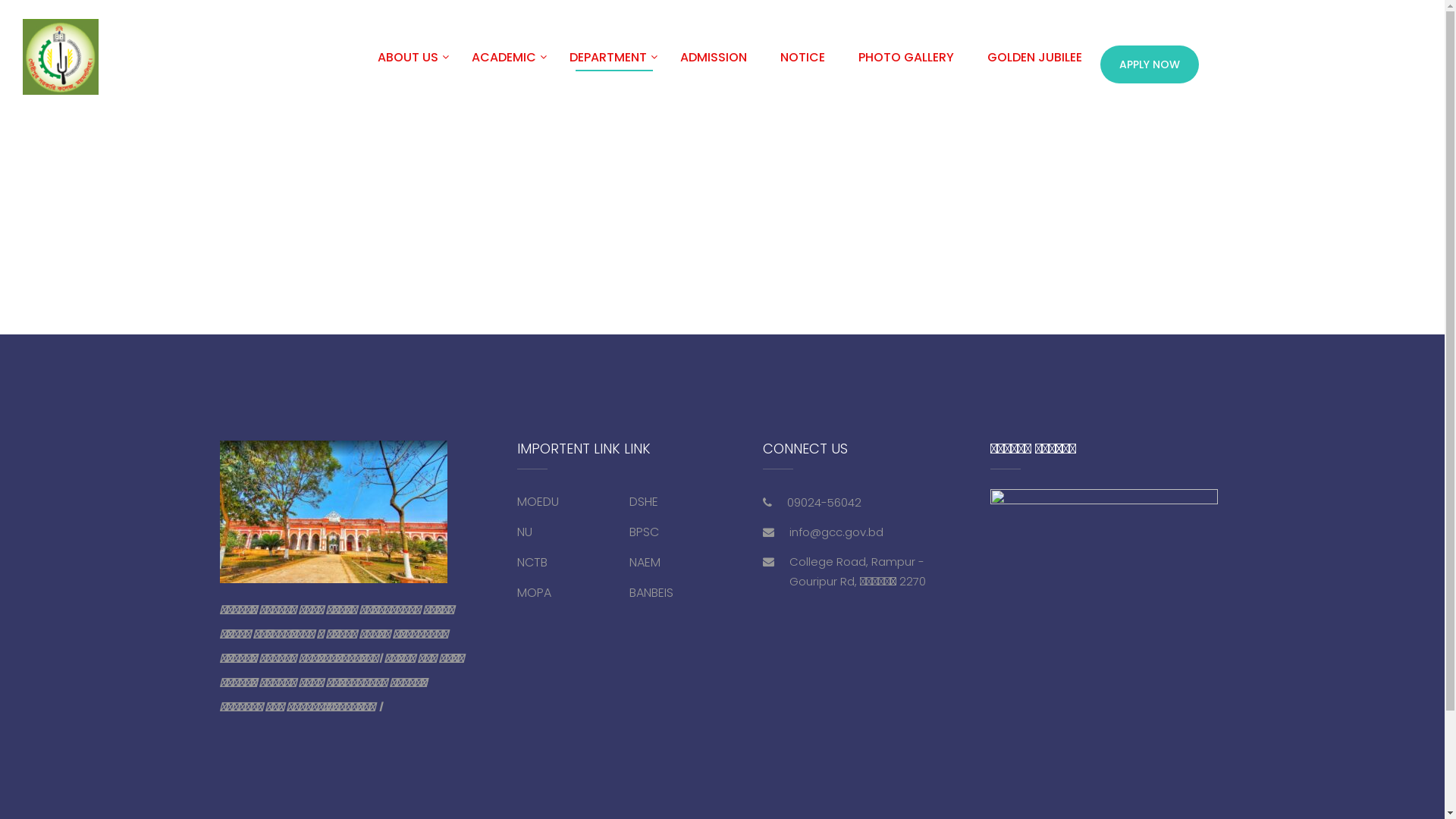  I want to click on 'NU', so click(524, 531).